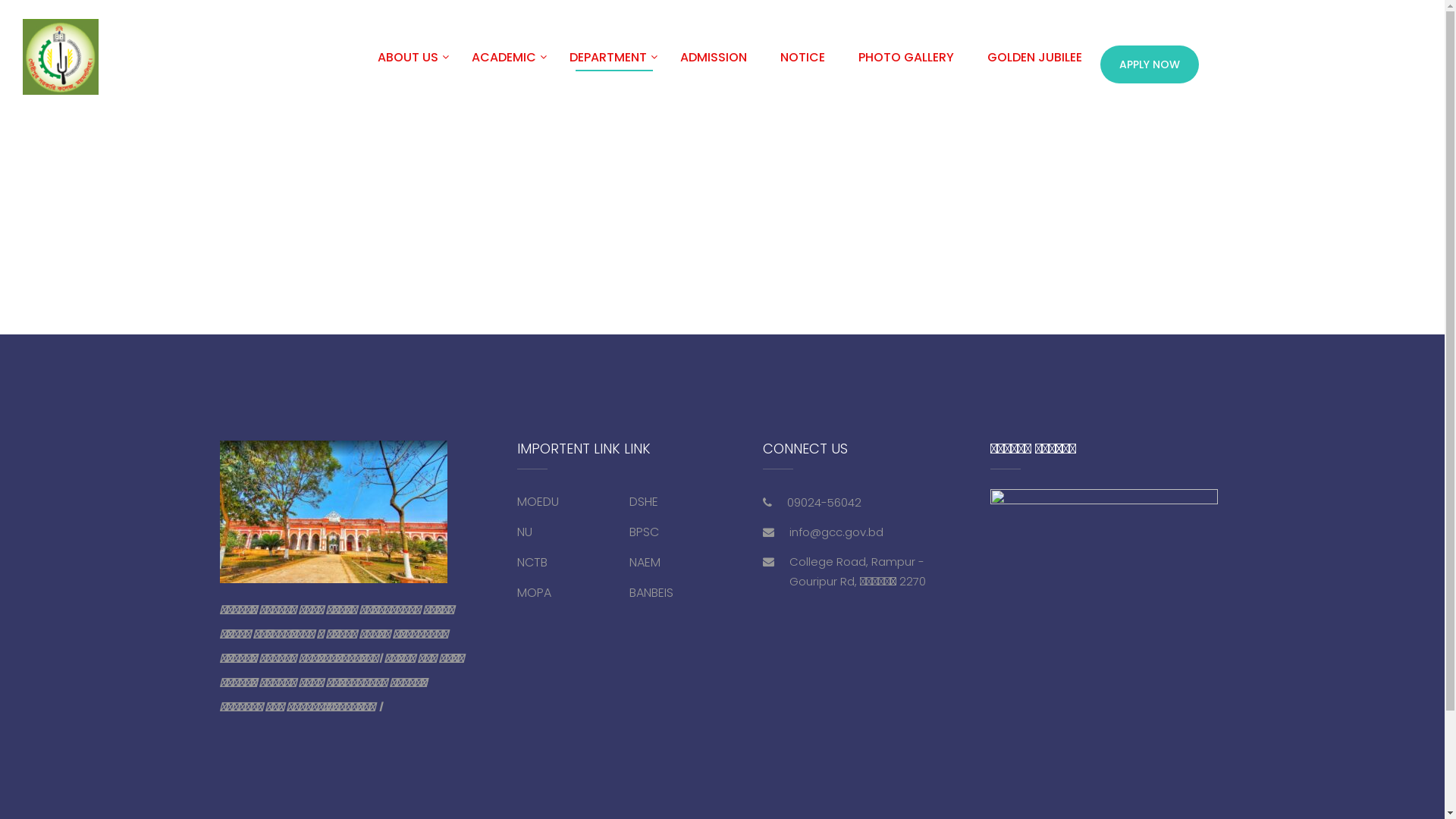  I want to click on 'NU', so click(524, 531).